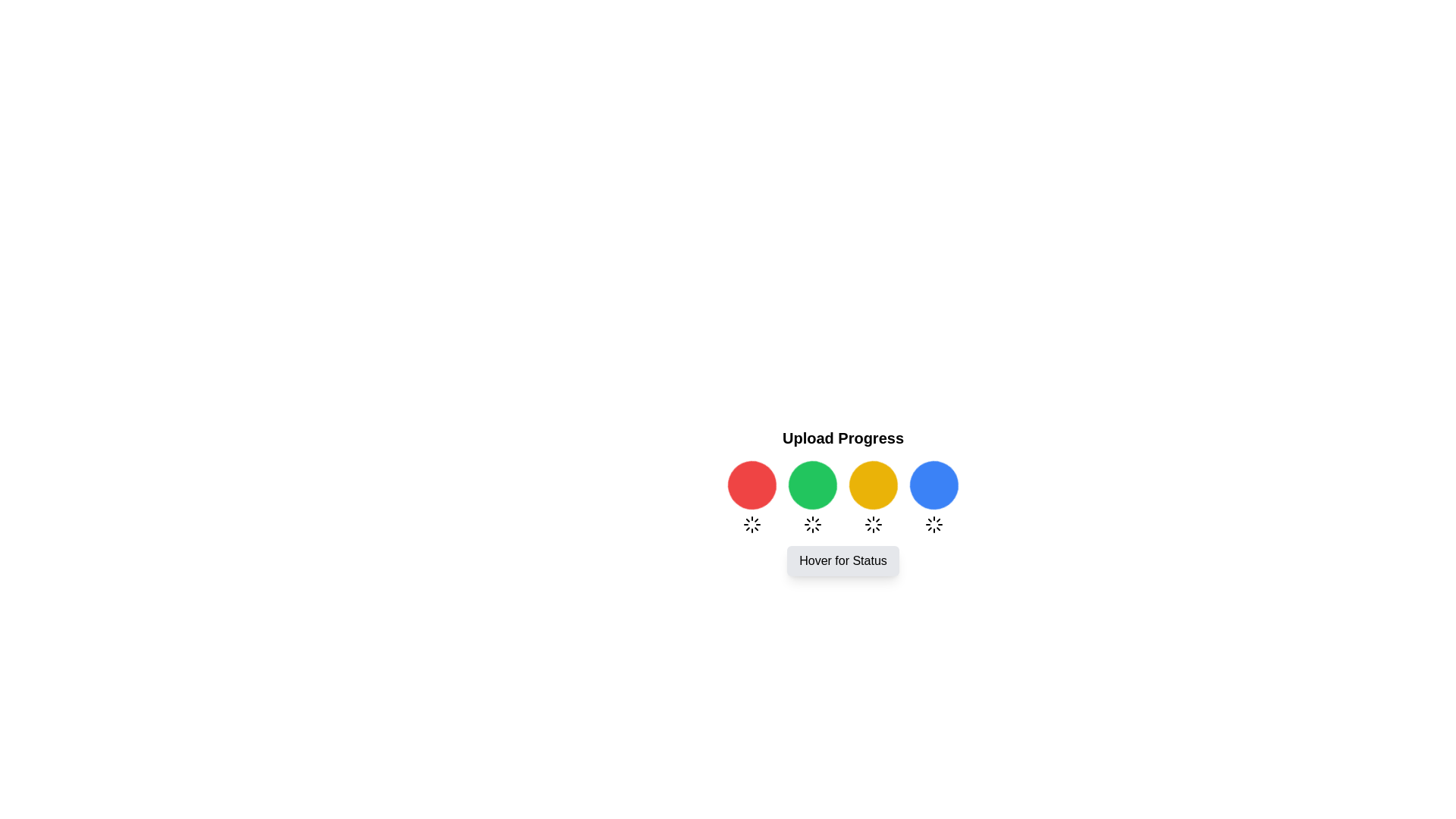  Describe the element at coordinates (843, 438) in the screenshot. I see `the text label that reads 'Upload Progress', which is prominently displayed in bold and larger font, serving as a title above a row of animated colored circles` at that location.